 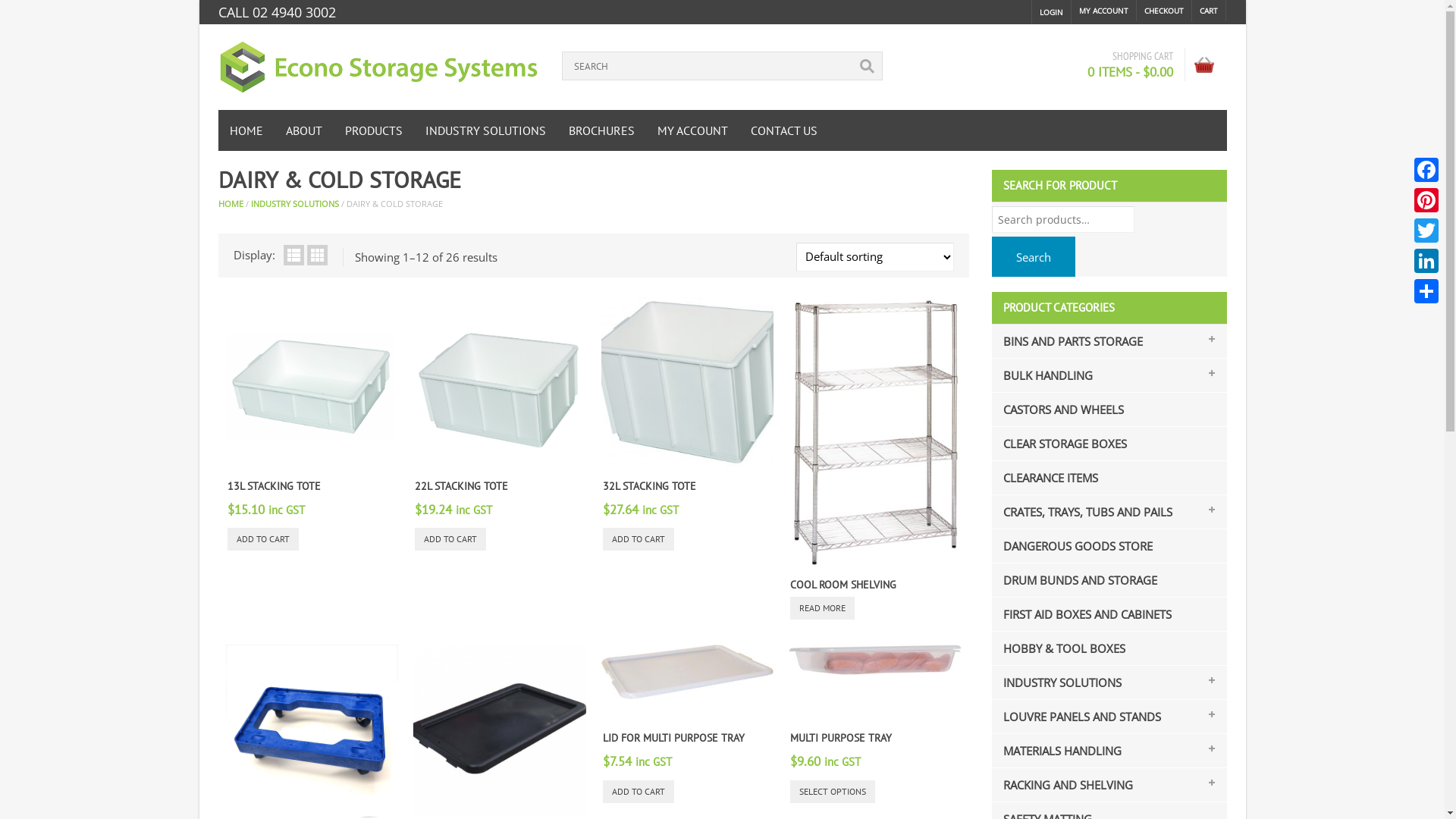 What do you see at coordinates (1163, 11) in the screenshot?
I see `'CHECKOUT'` at bounding box center [1163, 11].